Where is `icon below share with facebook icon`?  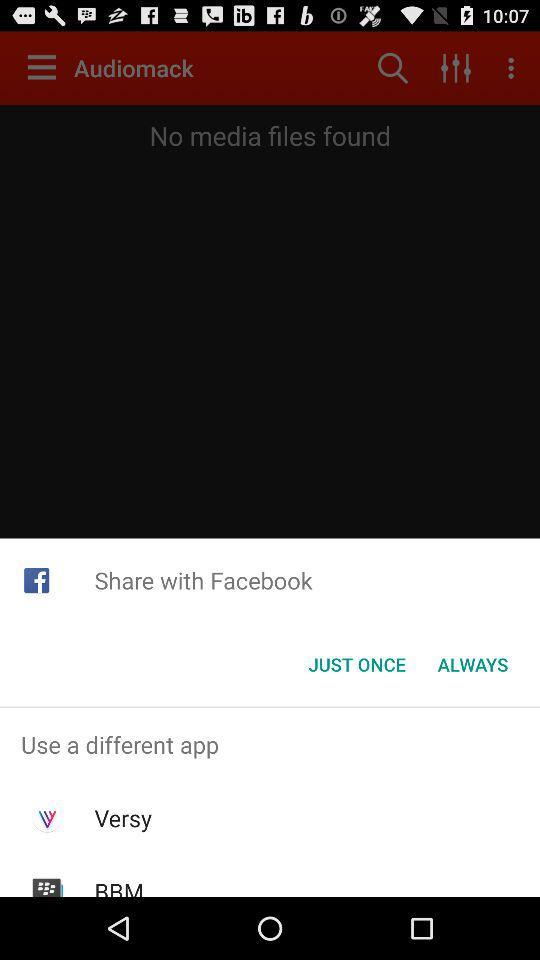 icon below share with facebook icon is located at coordinates (356, 664).